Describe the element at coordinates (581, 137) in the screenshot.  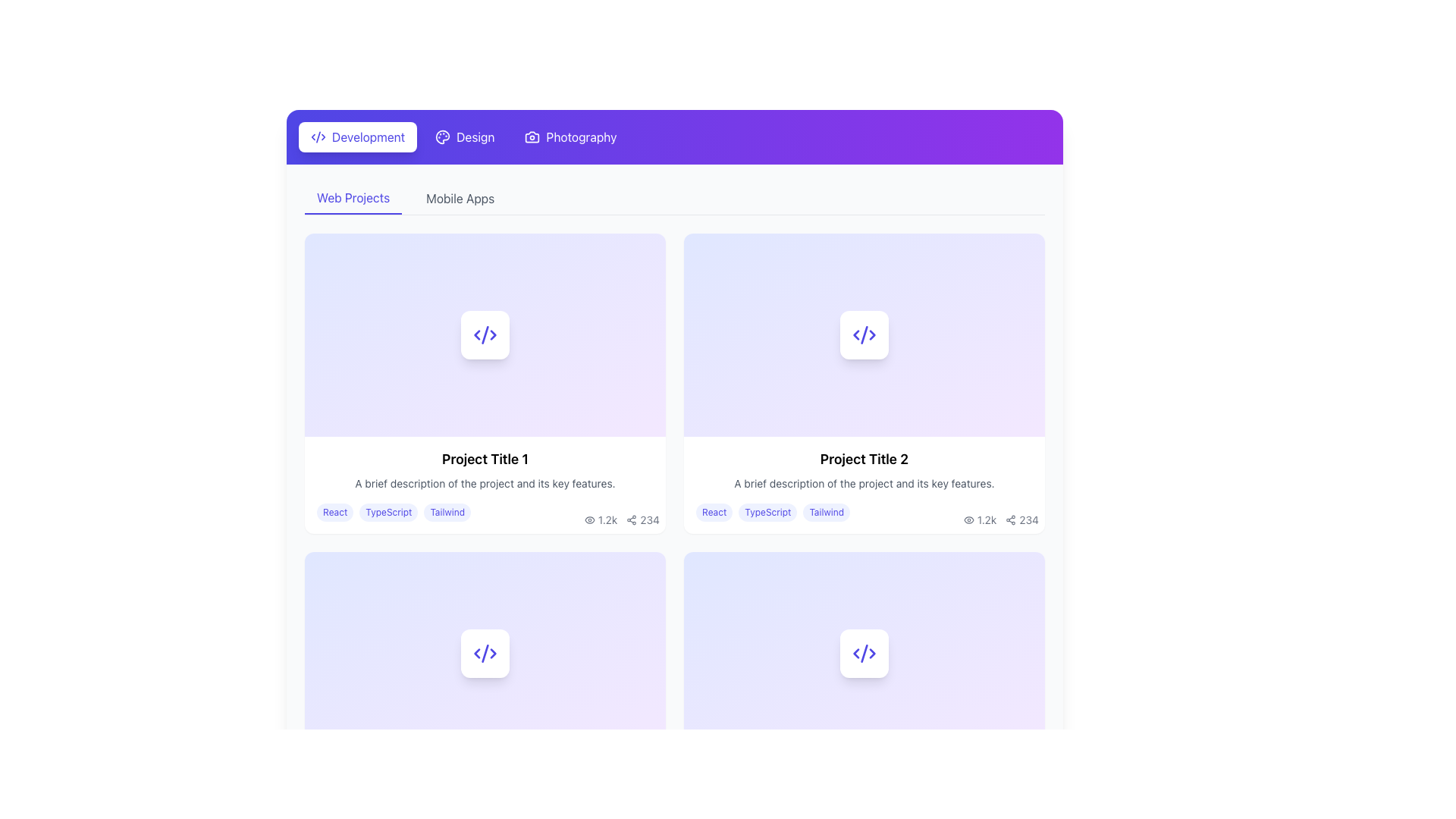
I see `the 'Photography' navigation link located on the right side of the top navigation bar` at that location.